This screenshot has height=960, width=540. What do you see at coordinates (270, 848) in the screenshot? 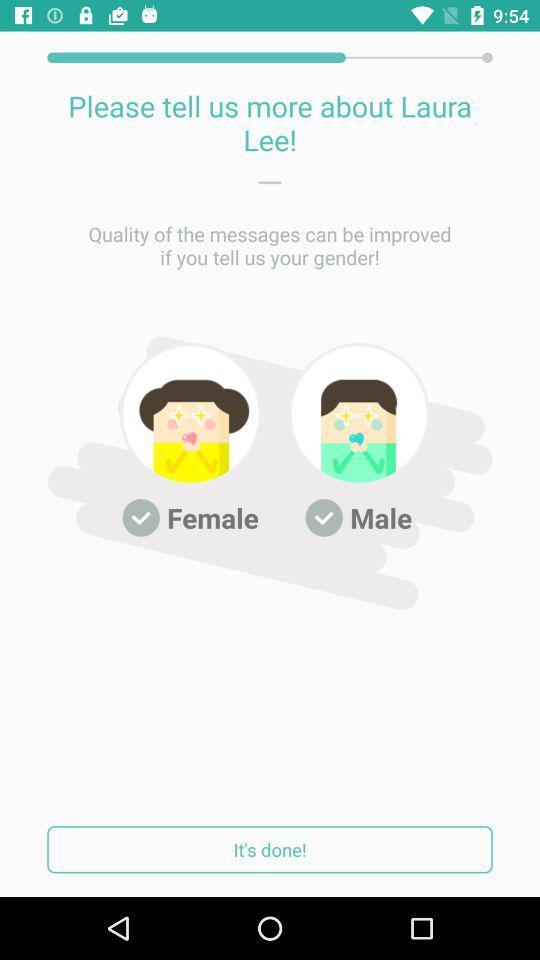
I see `the it's done! icon` at bounding box center [270, 848].